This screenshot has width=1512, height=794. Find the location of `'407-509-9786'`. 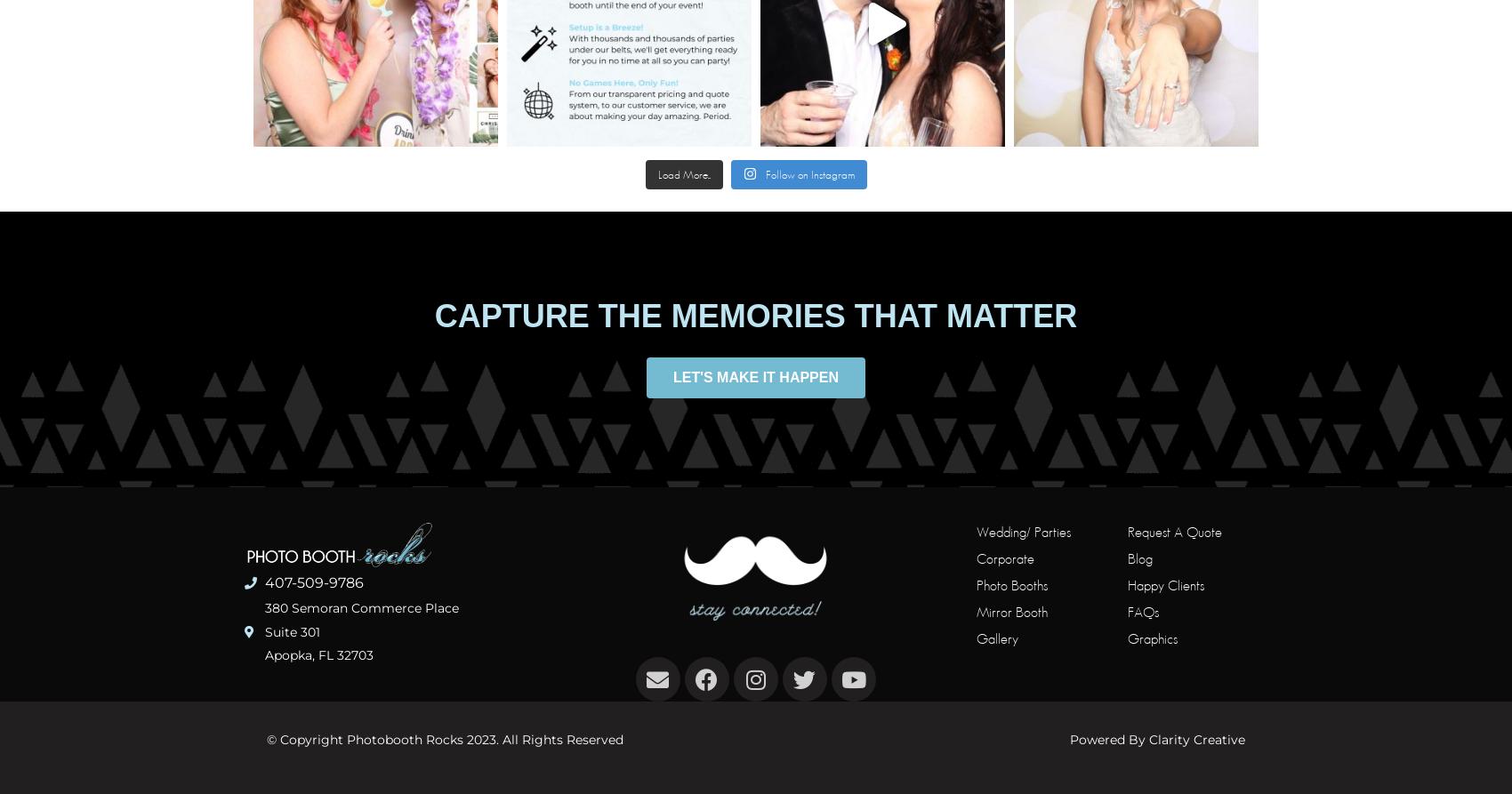

'407-509-9786' is located at coordinates (312, 582).